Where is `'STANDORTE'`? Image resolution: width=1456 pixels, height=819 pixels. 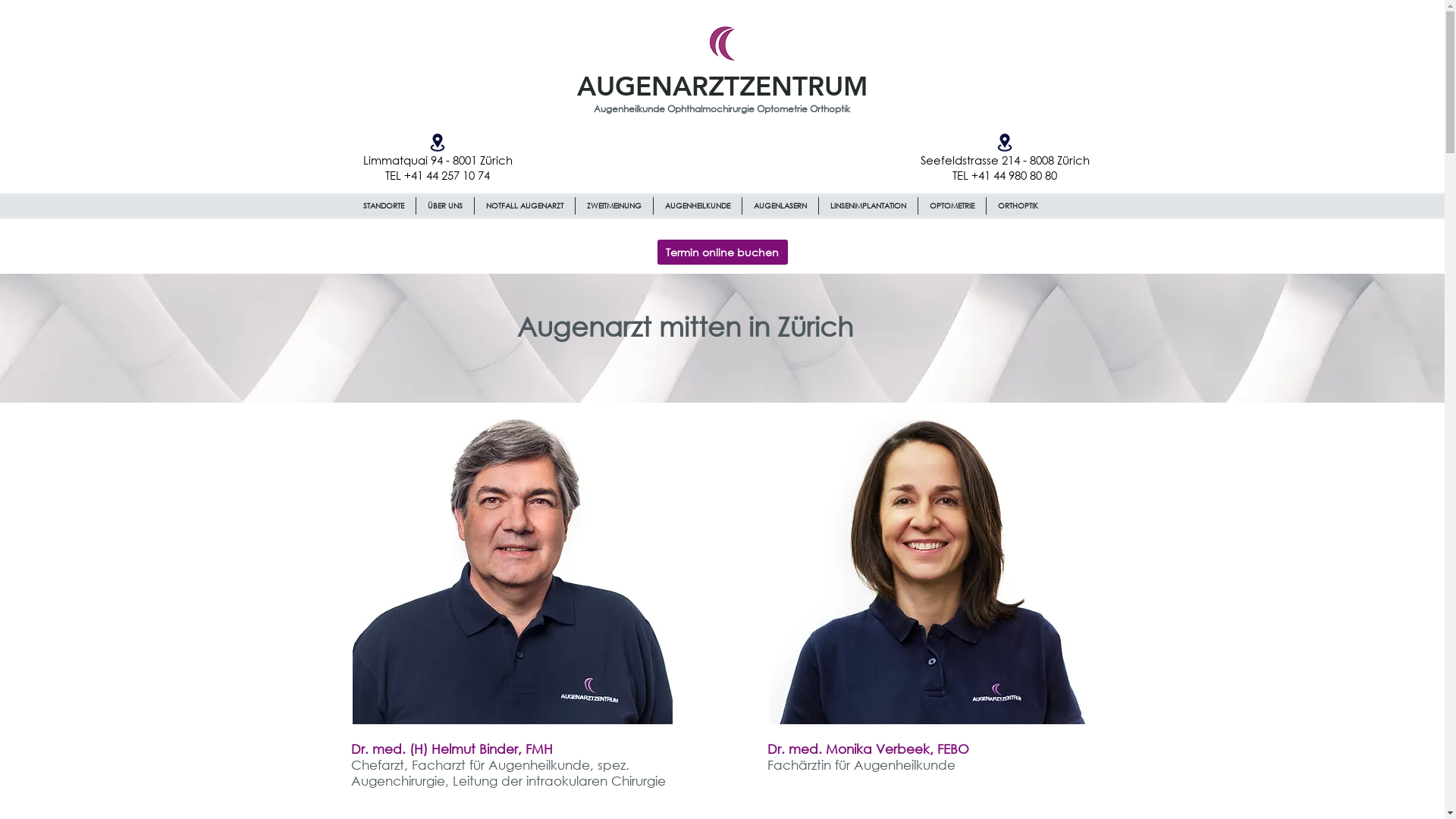 'STANDORTE' is located at coordinates (383, 206).